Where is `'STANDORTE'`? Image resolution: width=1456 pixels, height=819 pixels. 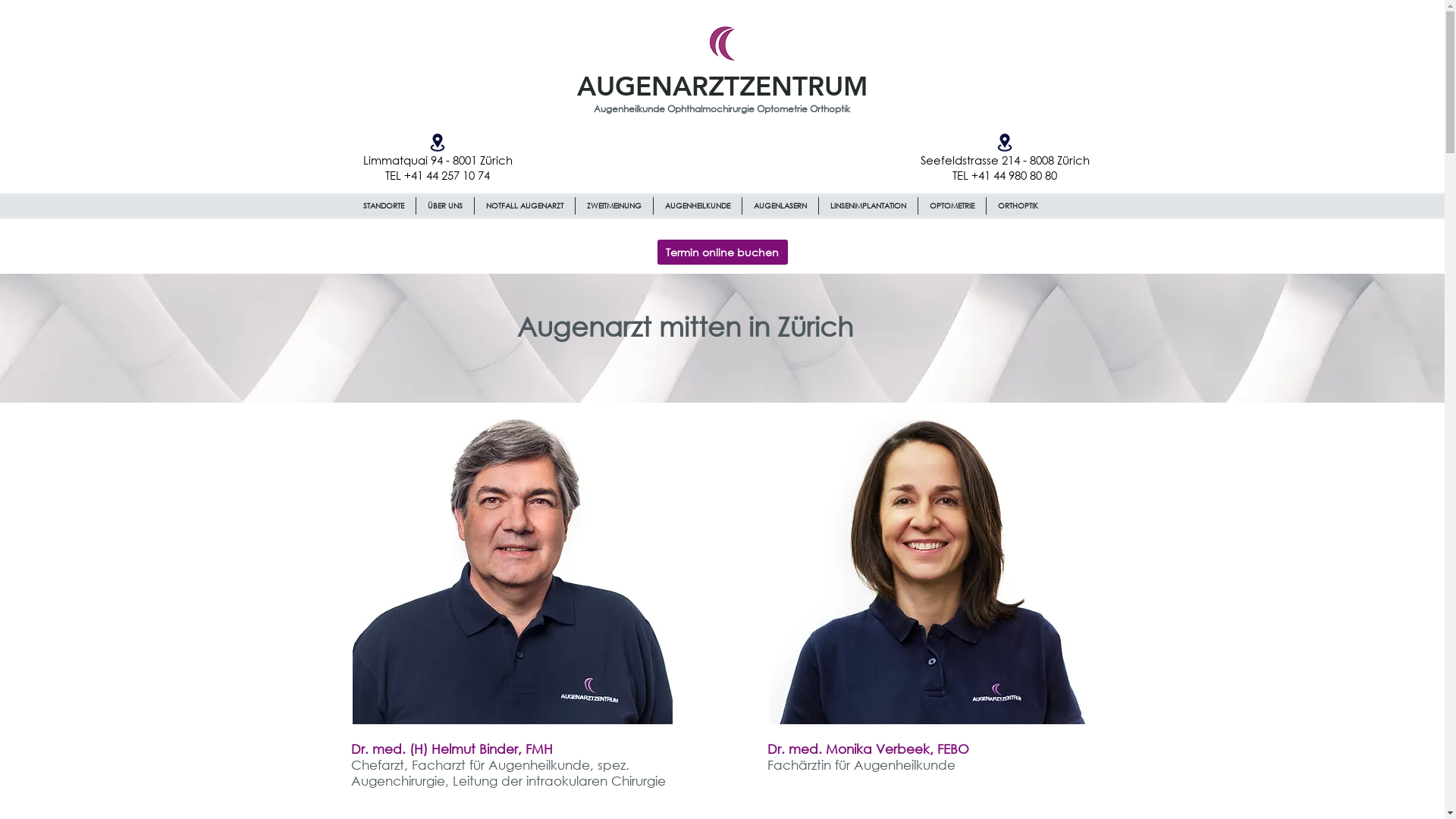 'STANDORTE' is located at coordinates (383, 206).